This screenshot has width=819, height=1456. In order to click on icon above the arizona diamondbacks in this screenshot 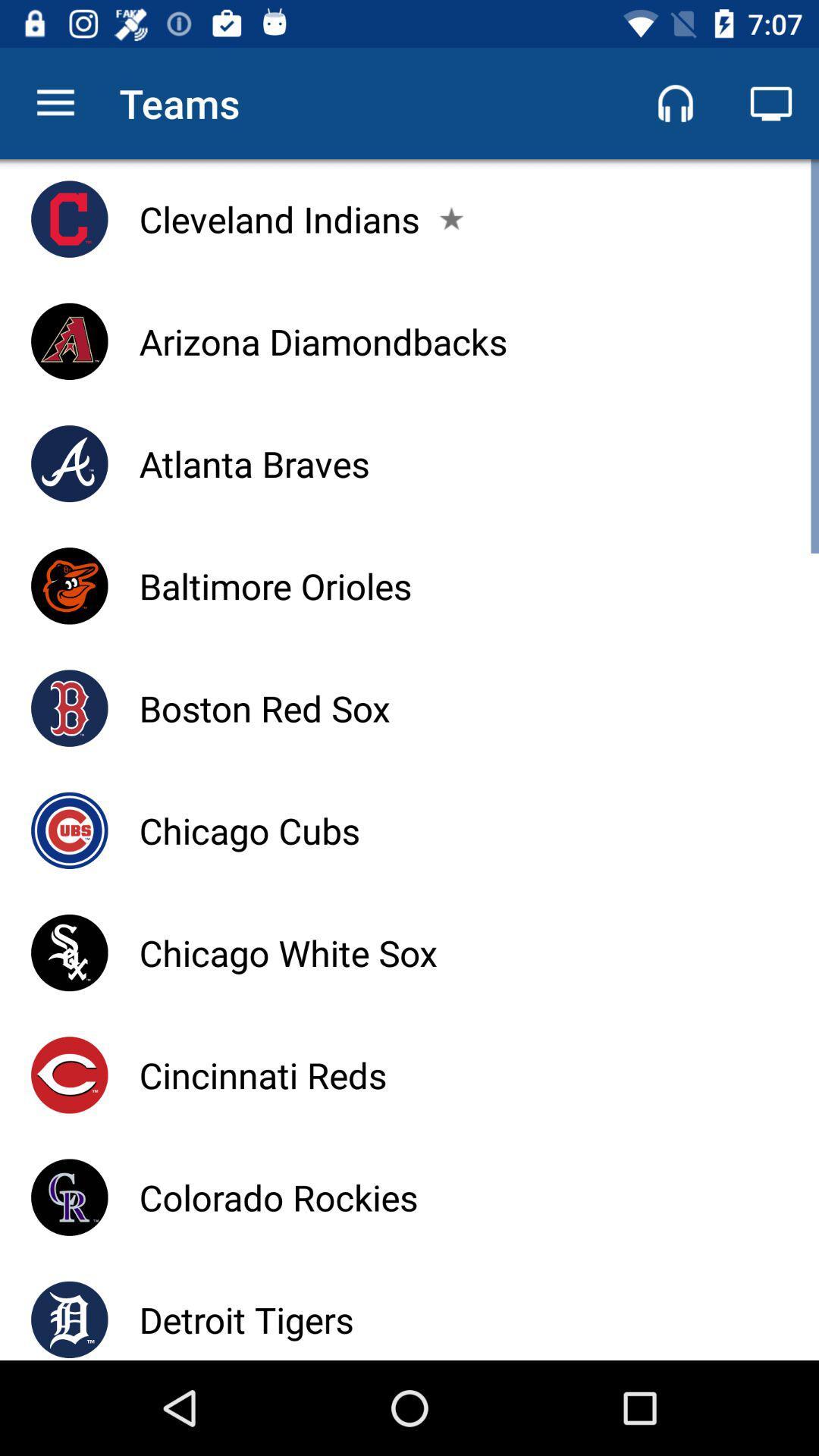, I will do `click(279, 218)`.